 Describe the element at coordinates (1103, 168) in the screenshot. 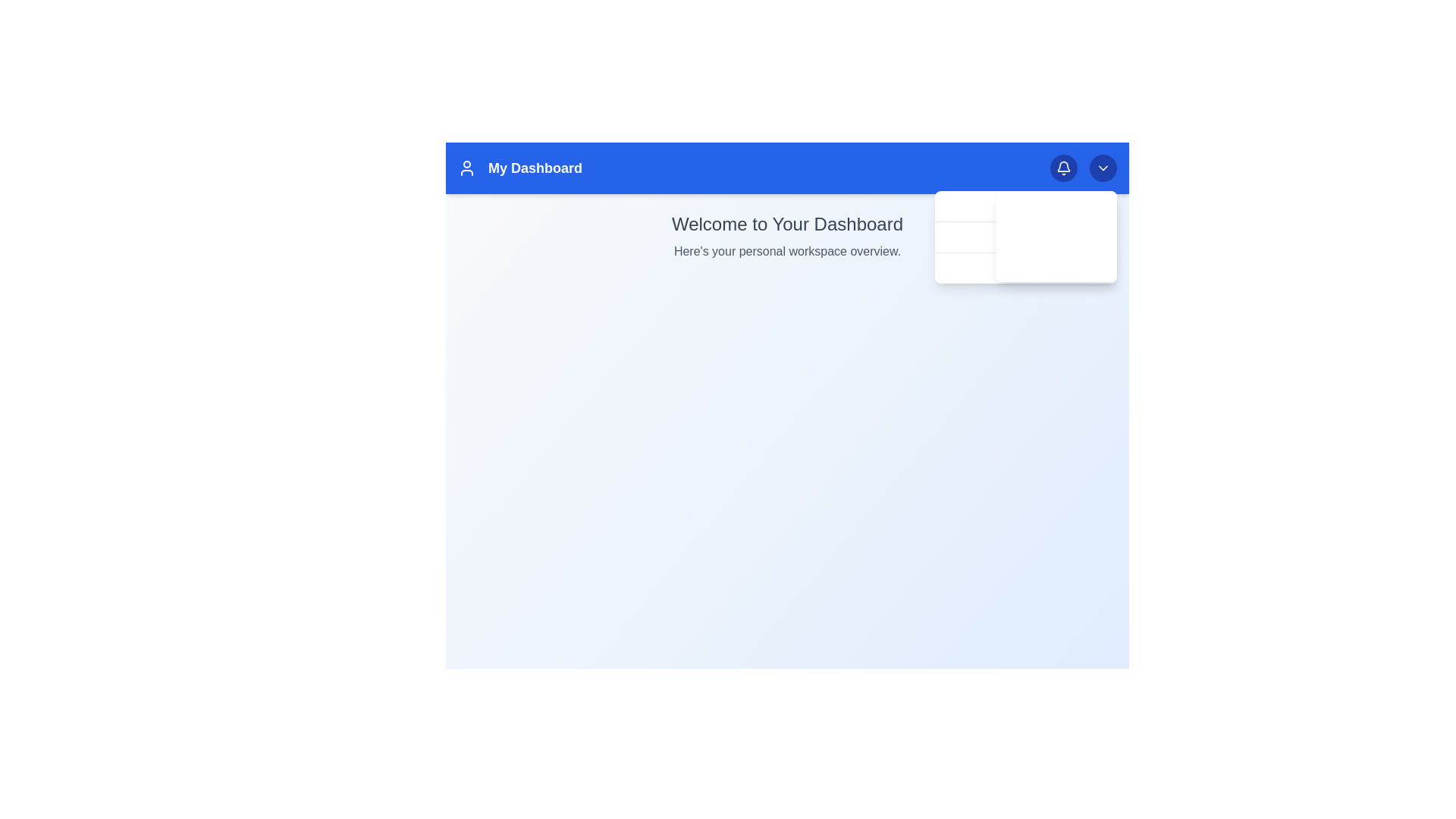

I see `the toggle button located in the top-right corner of the header section` at that location.